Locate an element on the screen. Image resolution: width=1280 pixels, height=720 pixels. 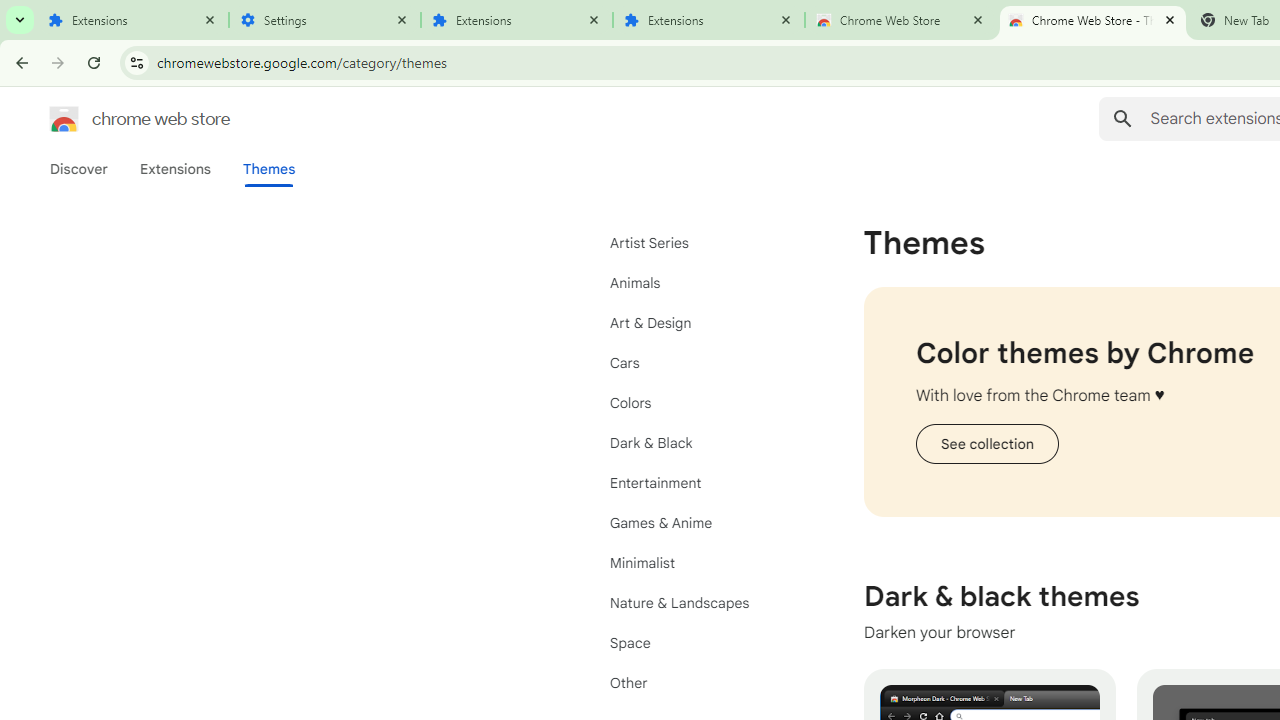
'Dark & Black' is located at coordinates (700, 442).